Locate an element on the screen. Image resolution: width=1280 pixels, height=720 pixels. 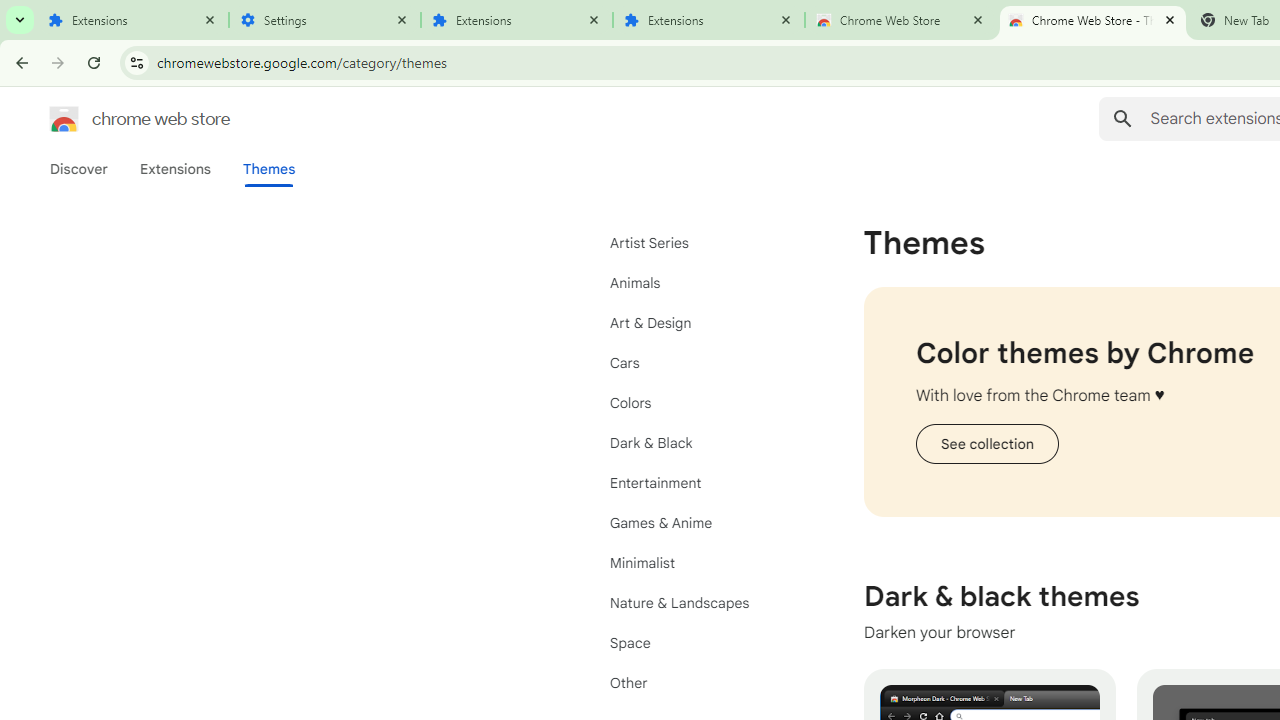
'Dark & Black' is located at coordinates (700, 442).